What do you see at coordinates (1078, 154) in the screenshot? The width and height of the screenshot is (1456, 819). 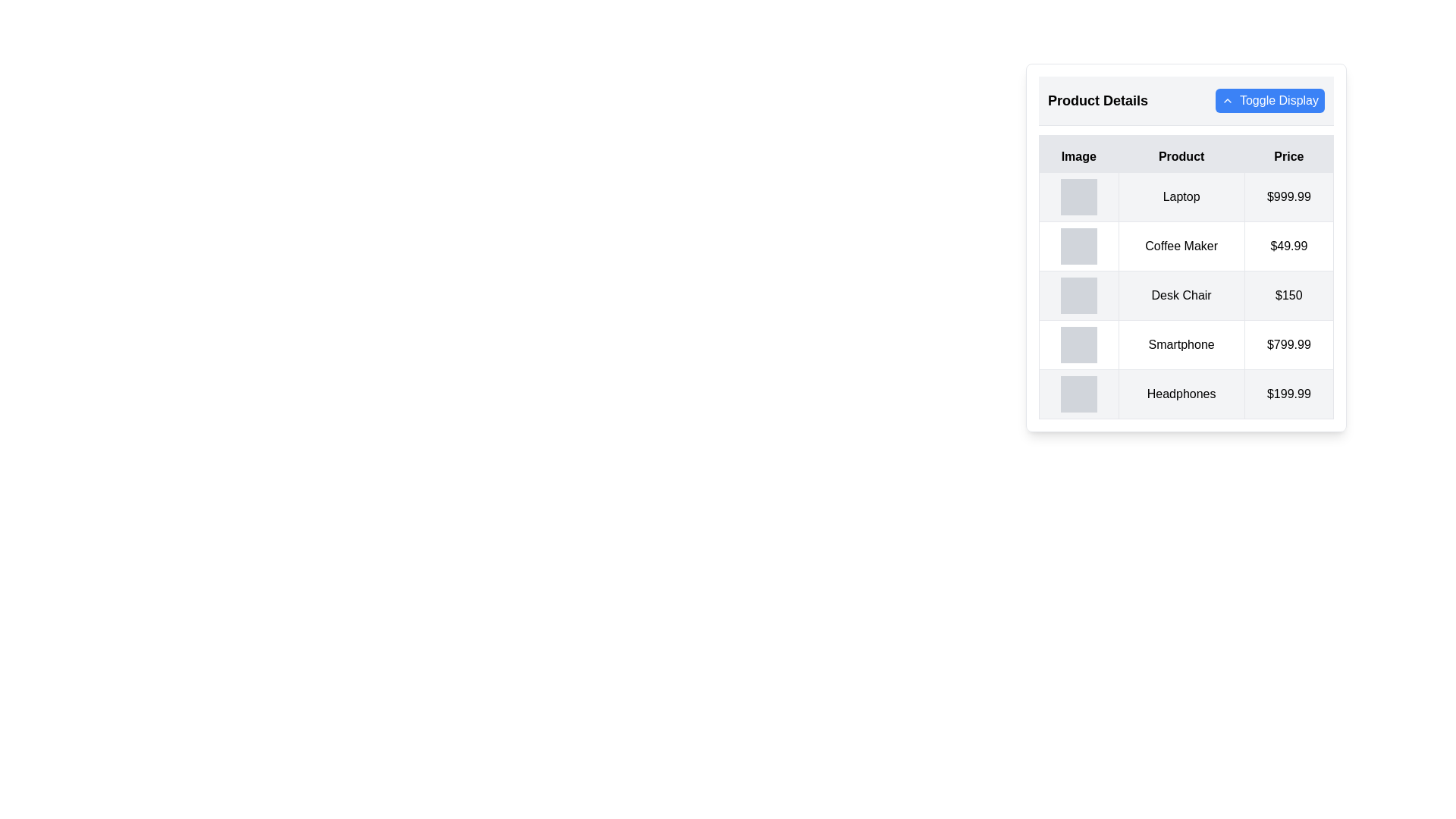 I see `the Text Label element located in the top-left corner of the table header row` at bounding box center [1078, 154].